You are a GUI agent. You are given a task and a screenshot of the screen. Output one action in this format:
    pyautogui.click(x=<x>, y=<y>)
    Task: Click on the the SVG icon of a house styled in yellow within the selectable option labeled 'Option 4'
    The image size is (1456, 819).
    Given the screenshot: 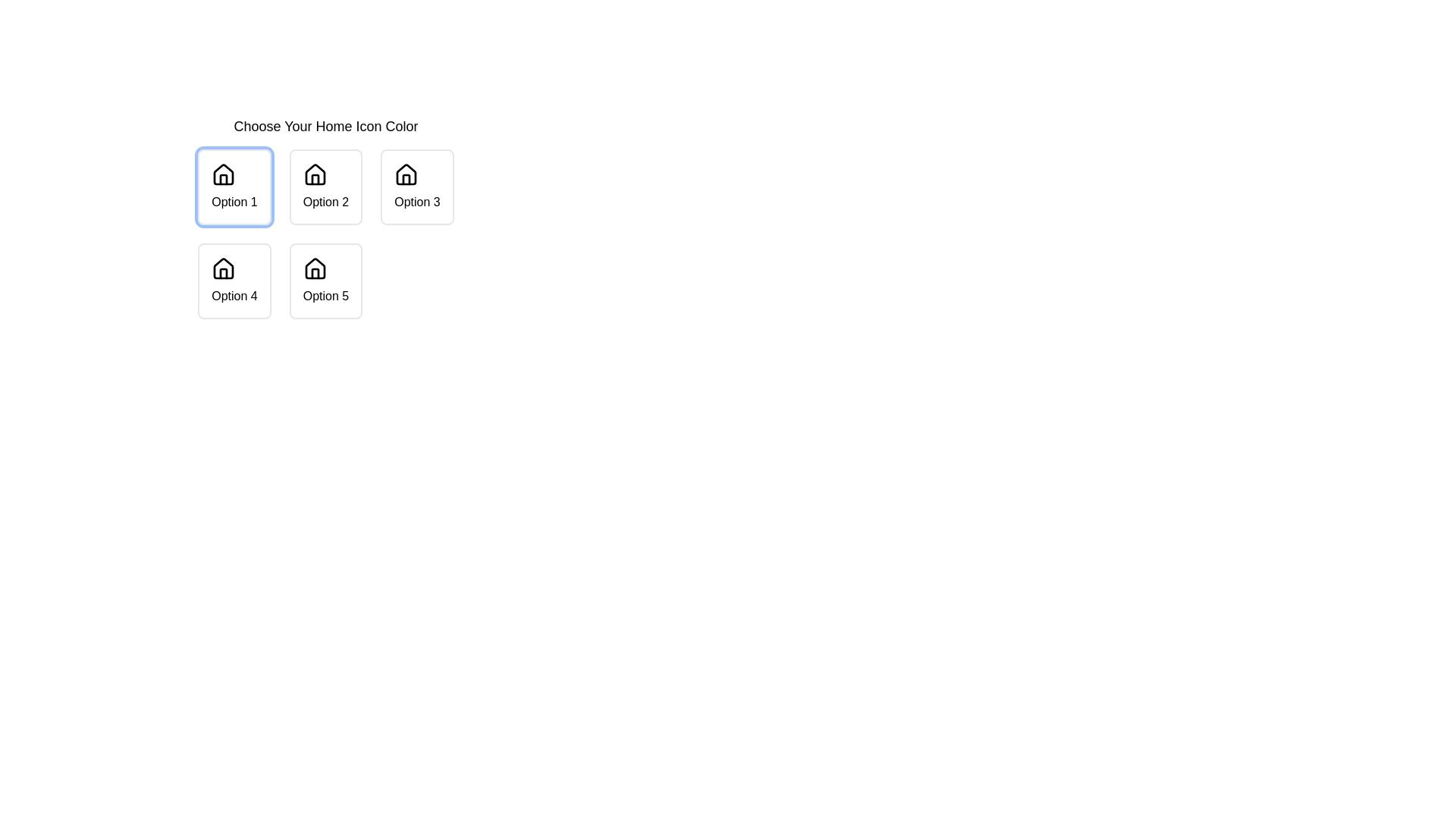 What is the action you would take?
    pyautogui.click(x=223, y=268)
    